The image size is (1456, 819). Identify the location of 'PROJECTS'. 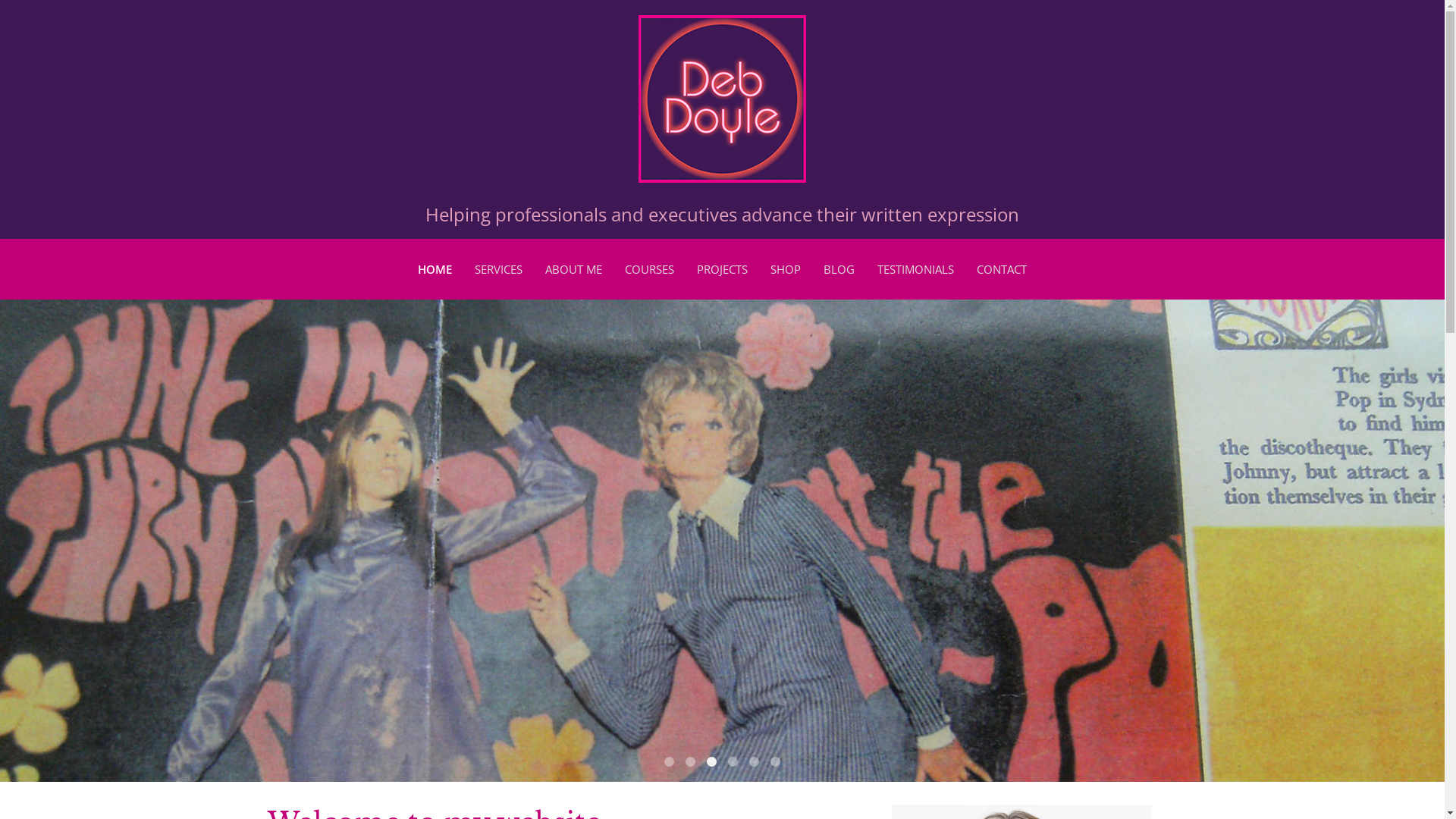
(721, 268).